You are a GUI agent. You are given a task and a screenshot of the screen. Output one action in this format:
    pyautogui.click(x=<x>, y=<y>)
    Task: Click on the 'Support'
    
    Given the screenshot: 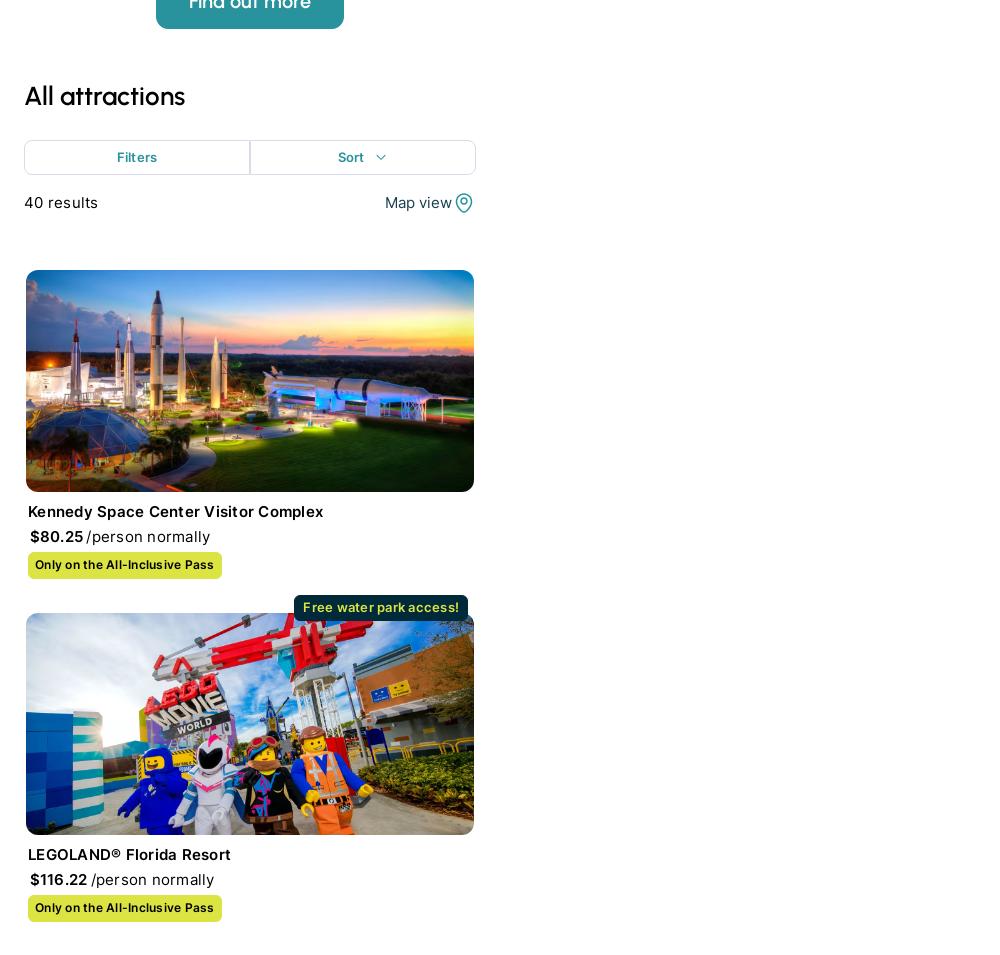 What is the action you would take?
    pyautogui.click(x=57, y=718)
    